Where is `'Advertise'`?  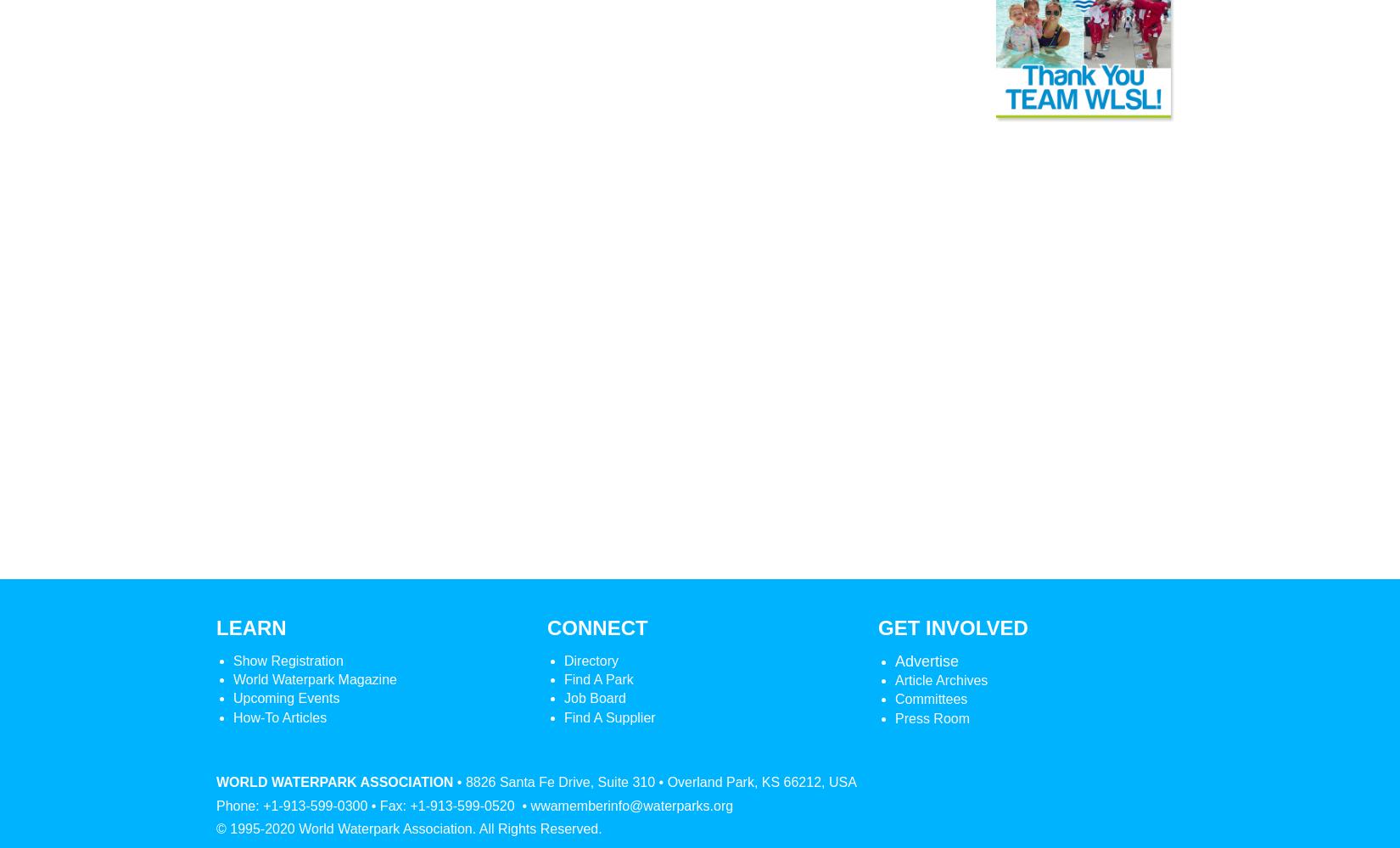 'Advertise' is located at coordinates (927, 661).